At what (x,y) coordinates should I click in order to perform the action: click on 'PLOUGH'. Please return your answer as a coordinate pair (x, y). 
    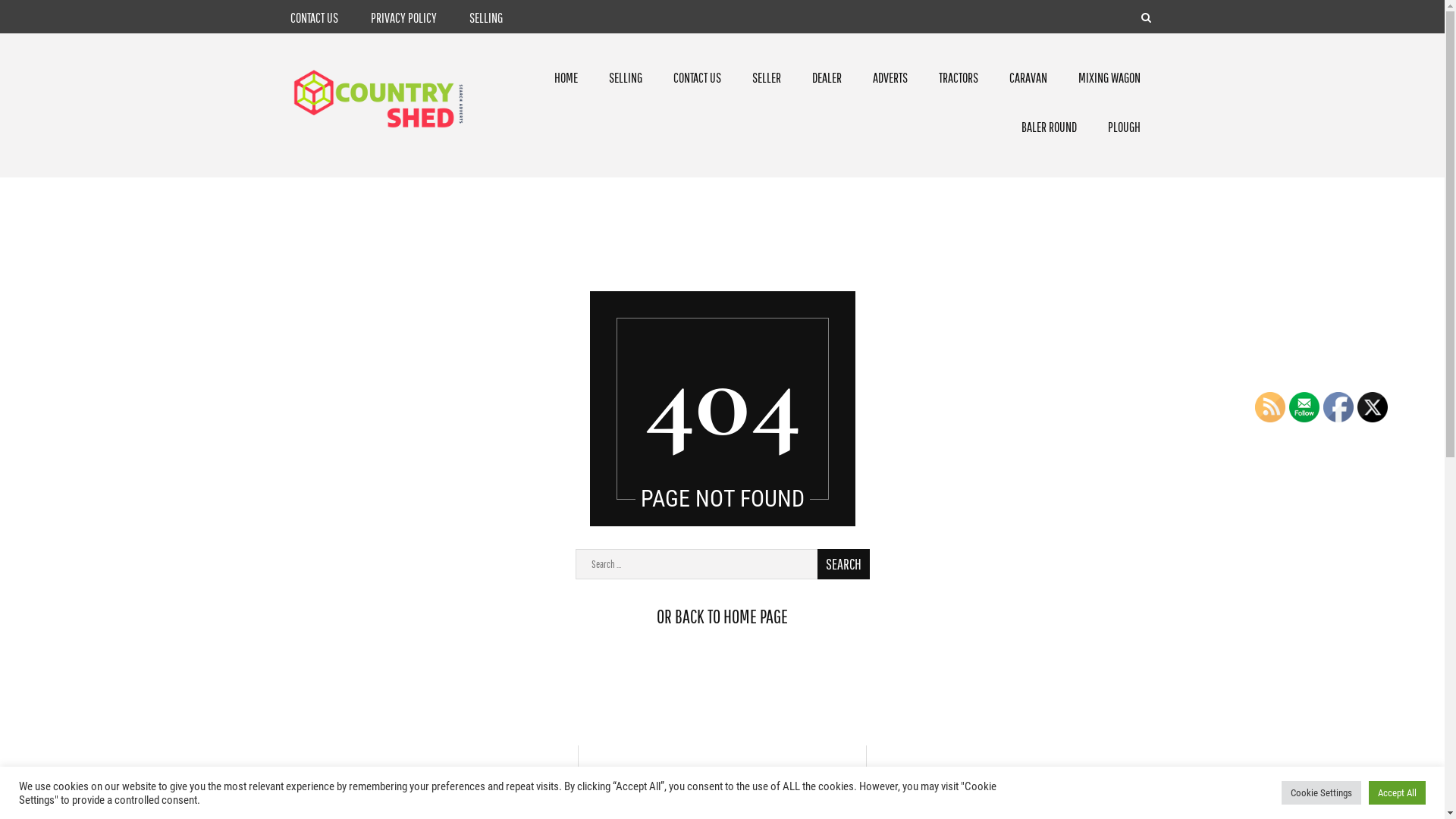
    Looking at the image, I should click on (1124, 126).